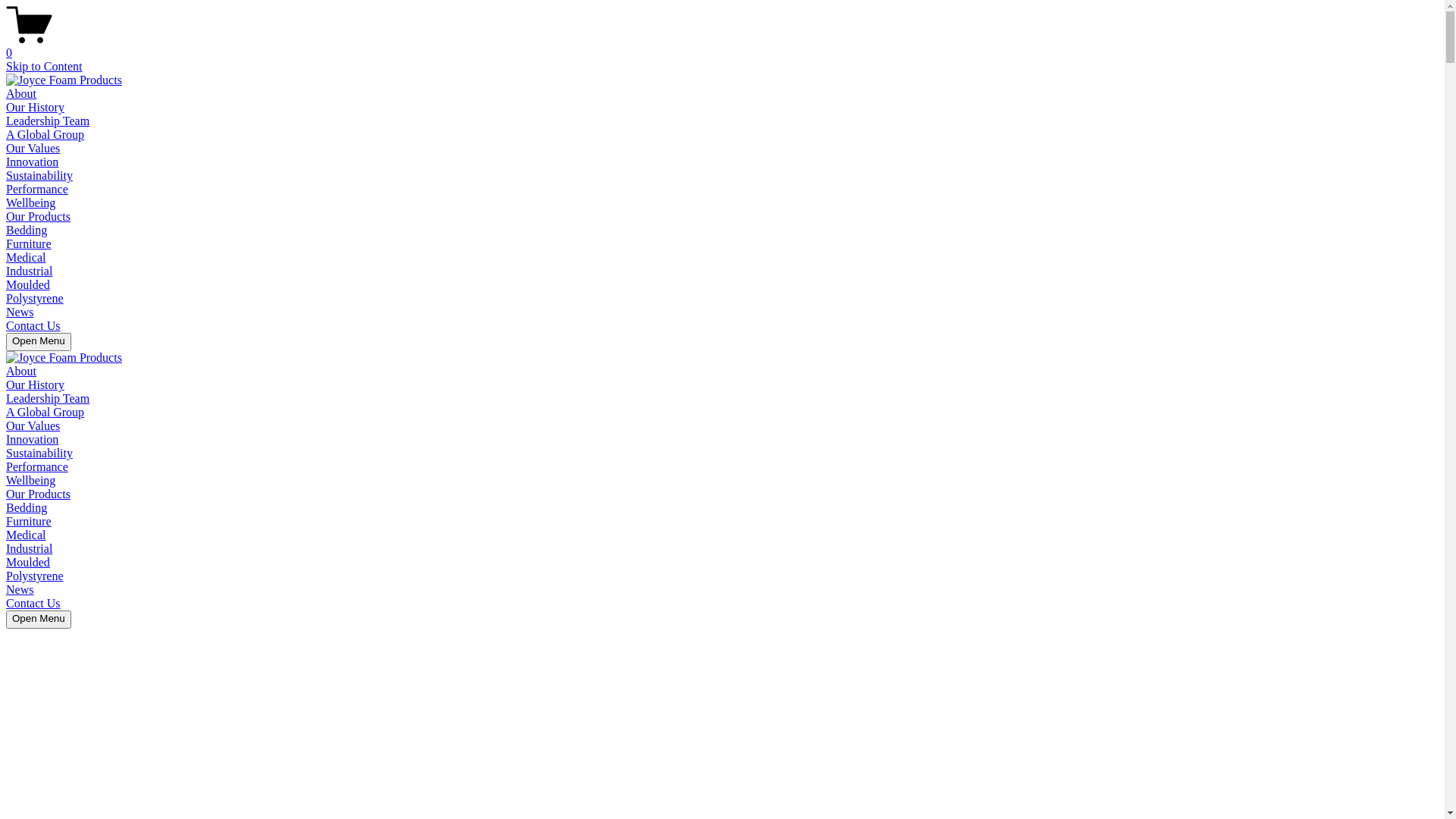 The height and width of the screenshot is (819, 1456). Describe the element at coordinates (36, 466) in the screenshot. I see `'Performance'` at that location.